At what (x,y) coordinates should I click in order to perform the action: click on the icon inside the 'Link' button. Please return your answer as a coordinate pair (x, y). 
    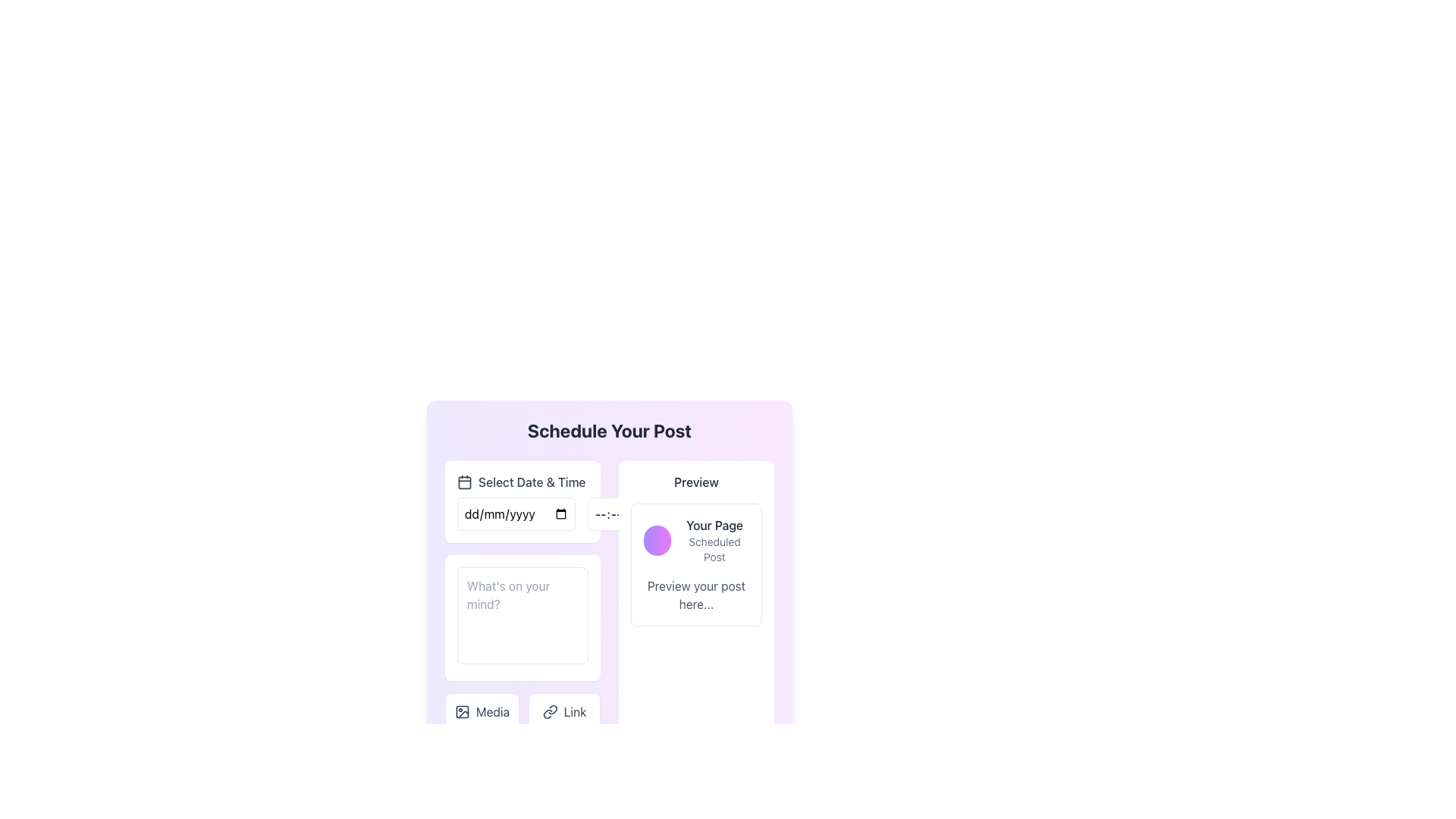
    Looking at the image, I should click on (549, 711).